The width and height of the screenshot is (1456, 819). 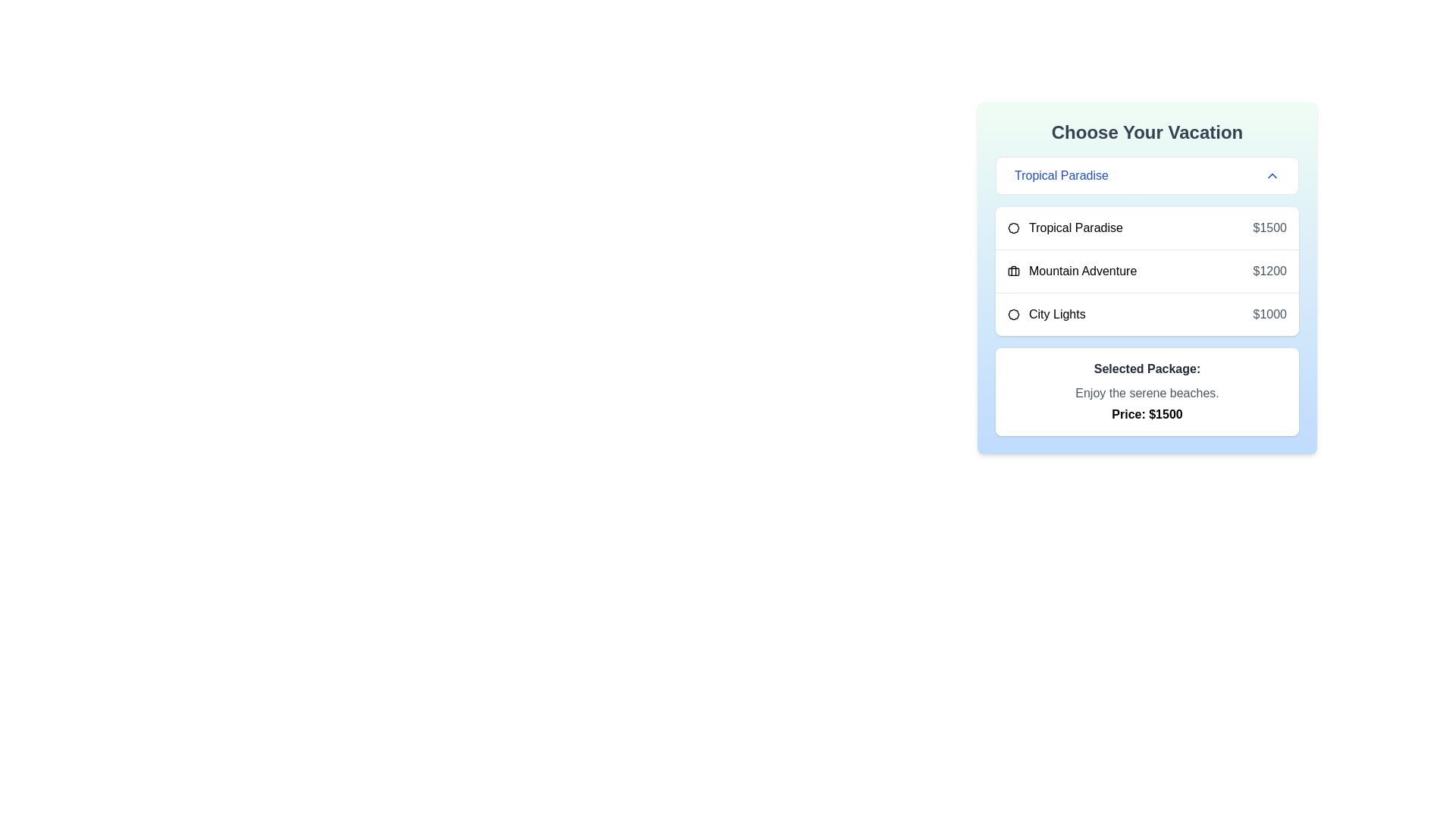 What do you see at coordinates (1147, 174) in the screenshot?
I see `the Dropdown button labeled 'Tropical Paradise'` at bounding box center [1147, 174].